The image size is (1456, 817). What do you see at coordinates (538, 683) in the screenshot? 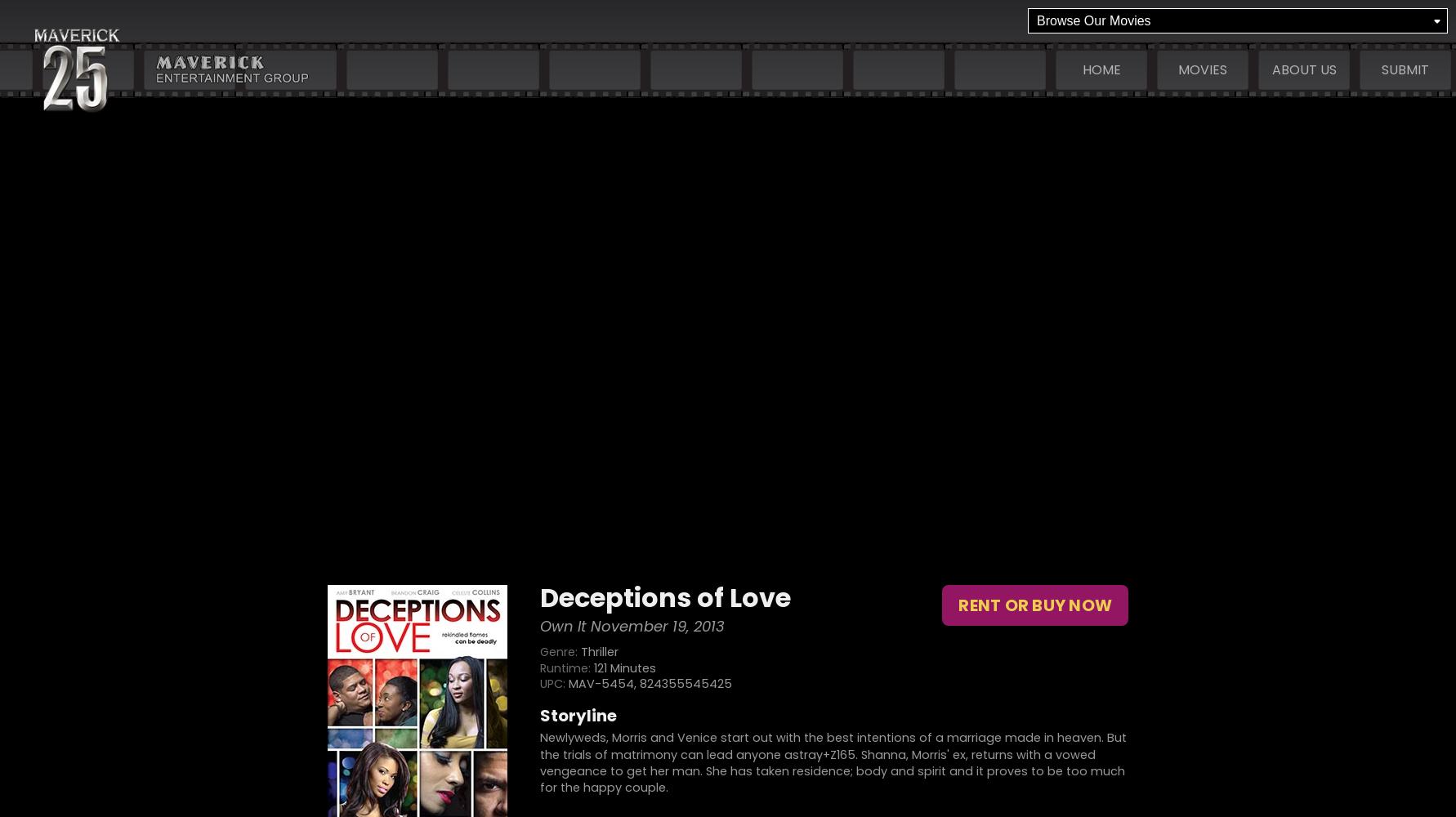
I see `'UPC:'` at bounding box center [538, 683].